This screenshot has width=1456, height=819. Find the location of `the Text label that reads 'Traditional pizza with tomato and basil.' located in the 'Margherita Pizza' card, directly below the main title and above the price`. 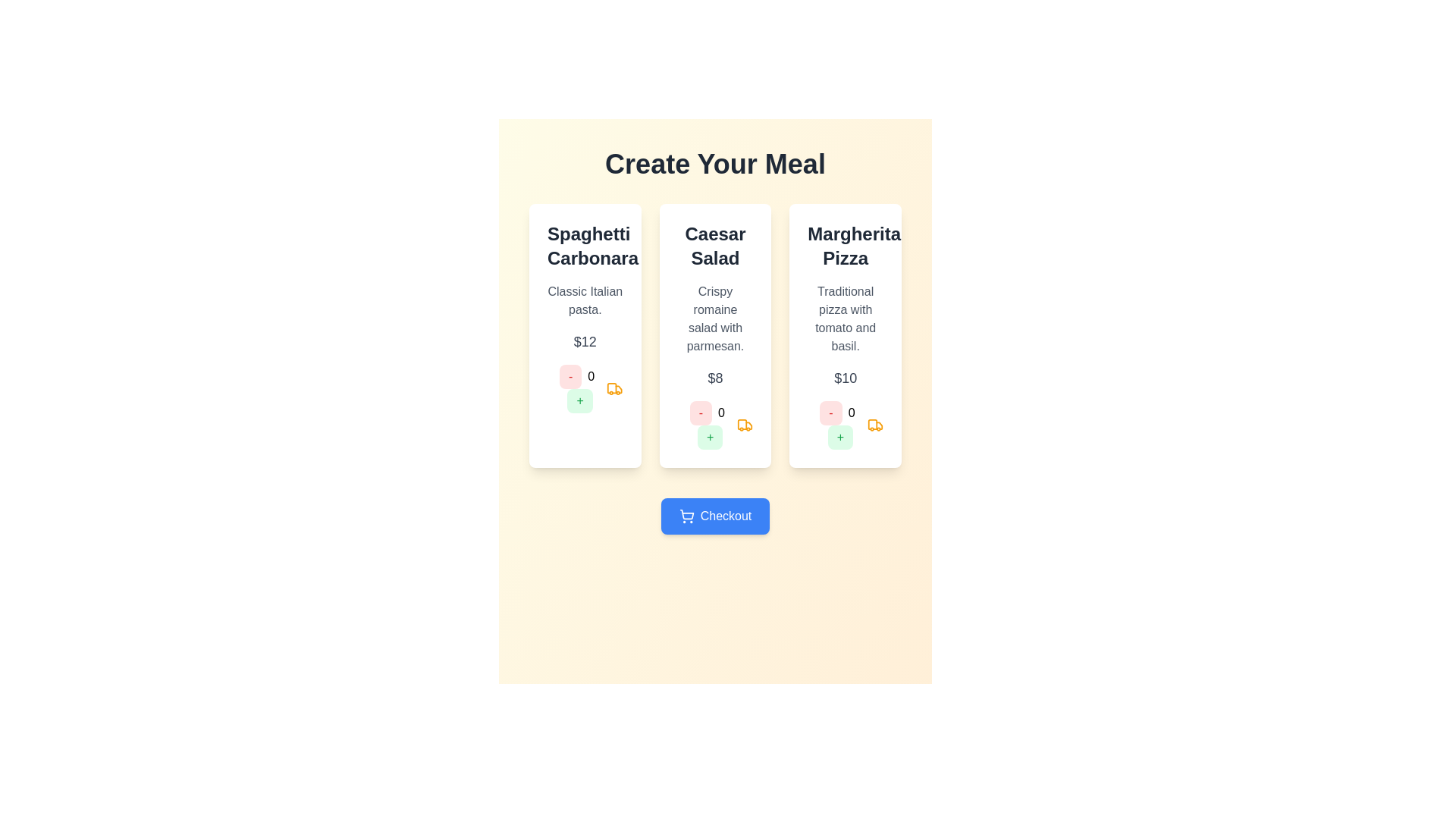

the Text label that reads 'Traditional pizza with tomato and basil.' located in the 'Margherita Pizza' card, directly below the main title and above the price is located at coordinates (845, 318).